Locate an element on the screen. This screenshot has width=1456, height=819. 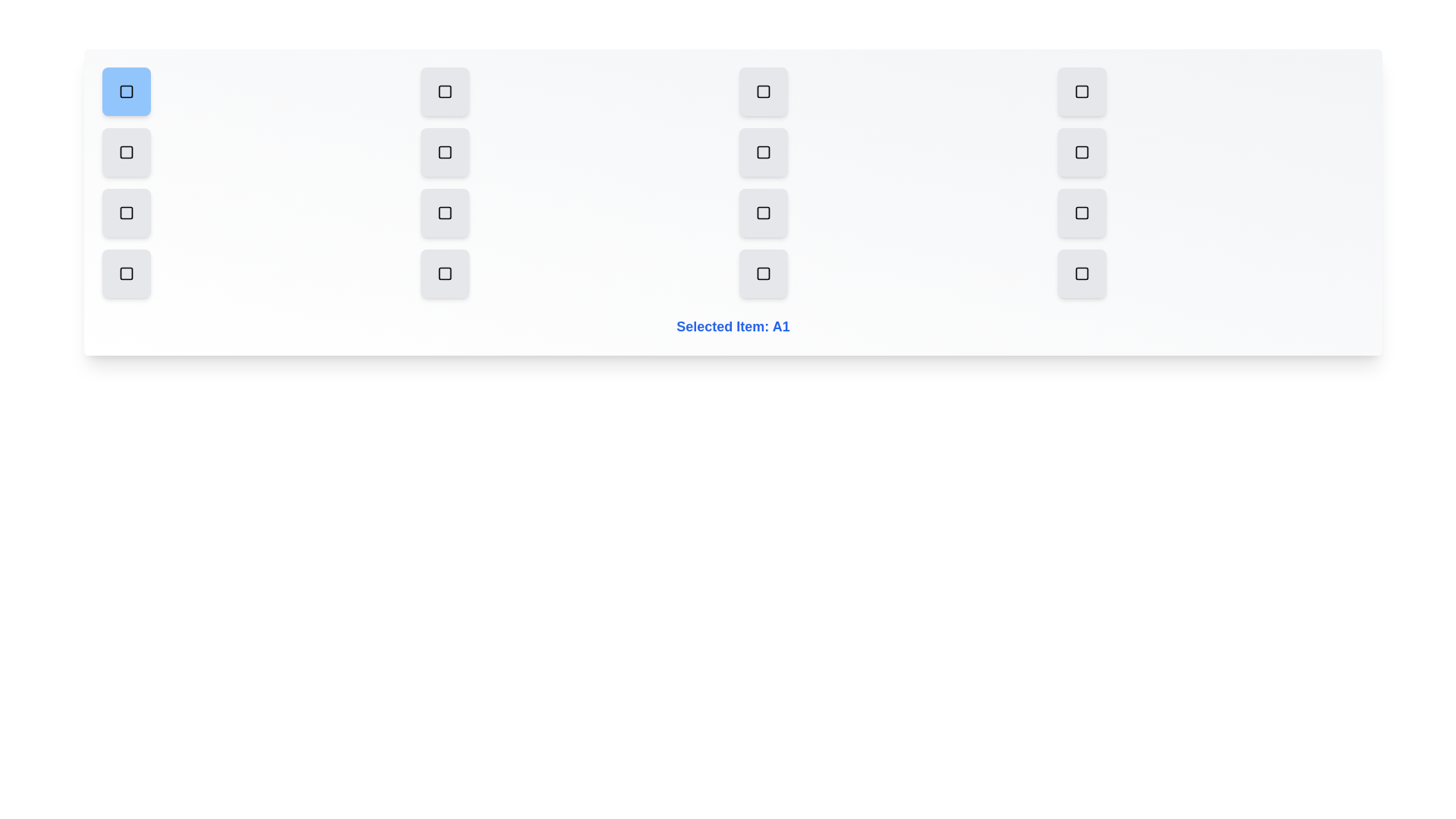
the grid item D1 to select it is located at coordinates (127, 274).